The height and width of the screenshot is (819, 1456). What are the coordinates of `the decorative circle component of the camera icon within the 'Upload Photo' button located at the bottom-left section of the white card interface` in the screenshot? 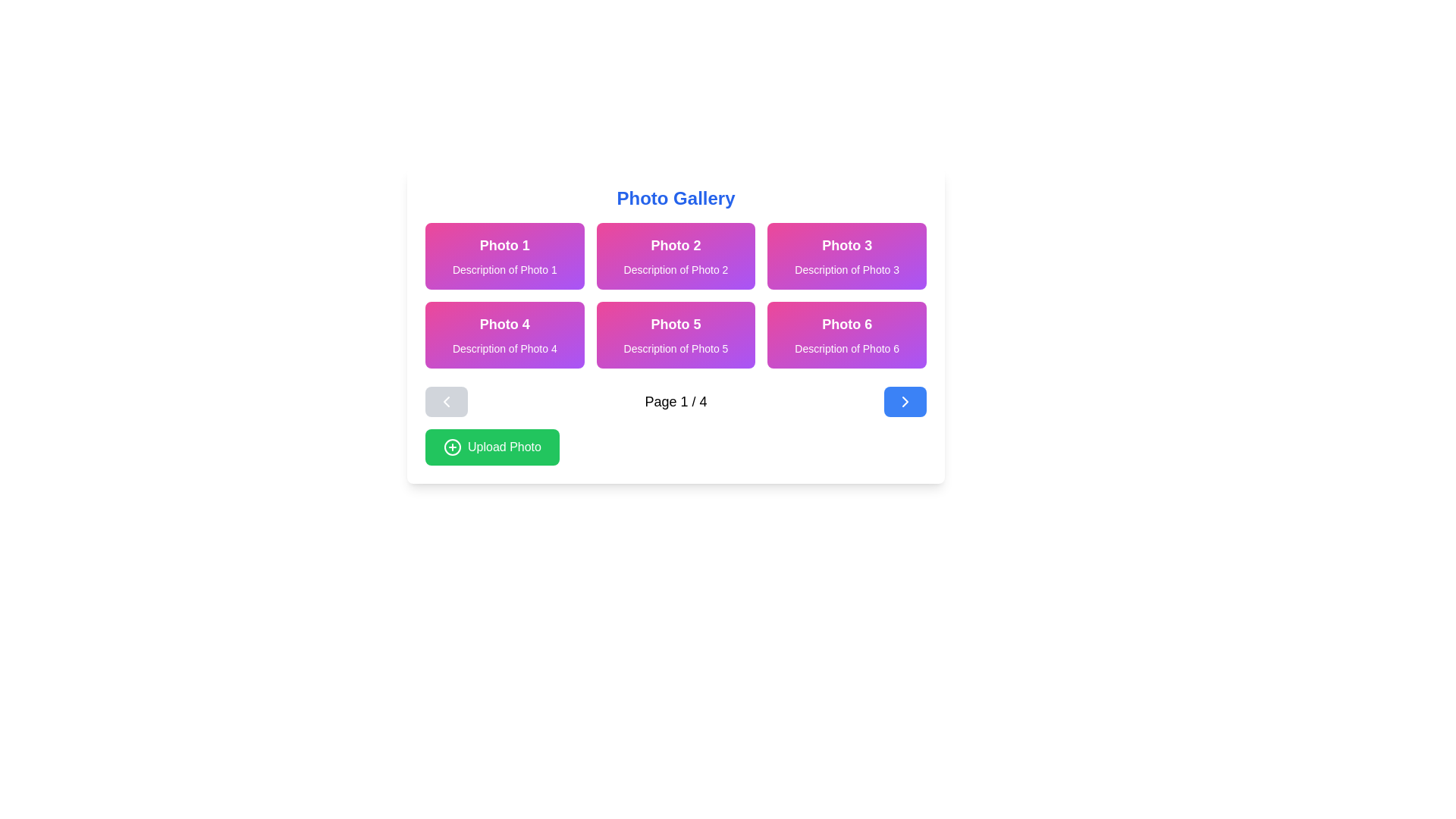 It's located at (451, 447).